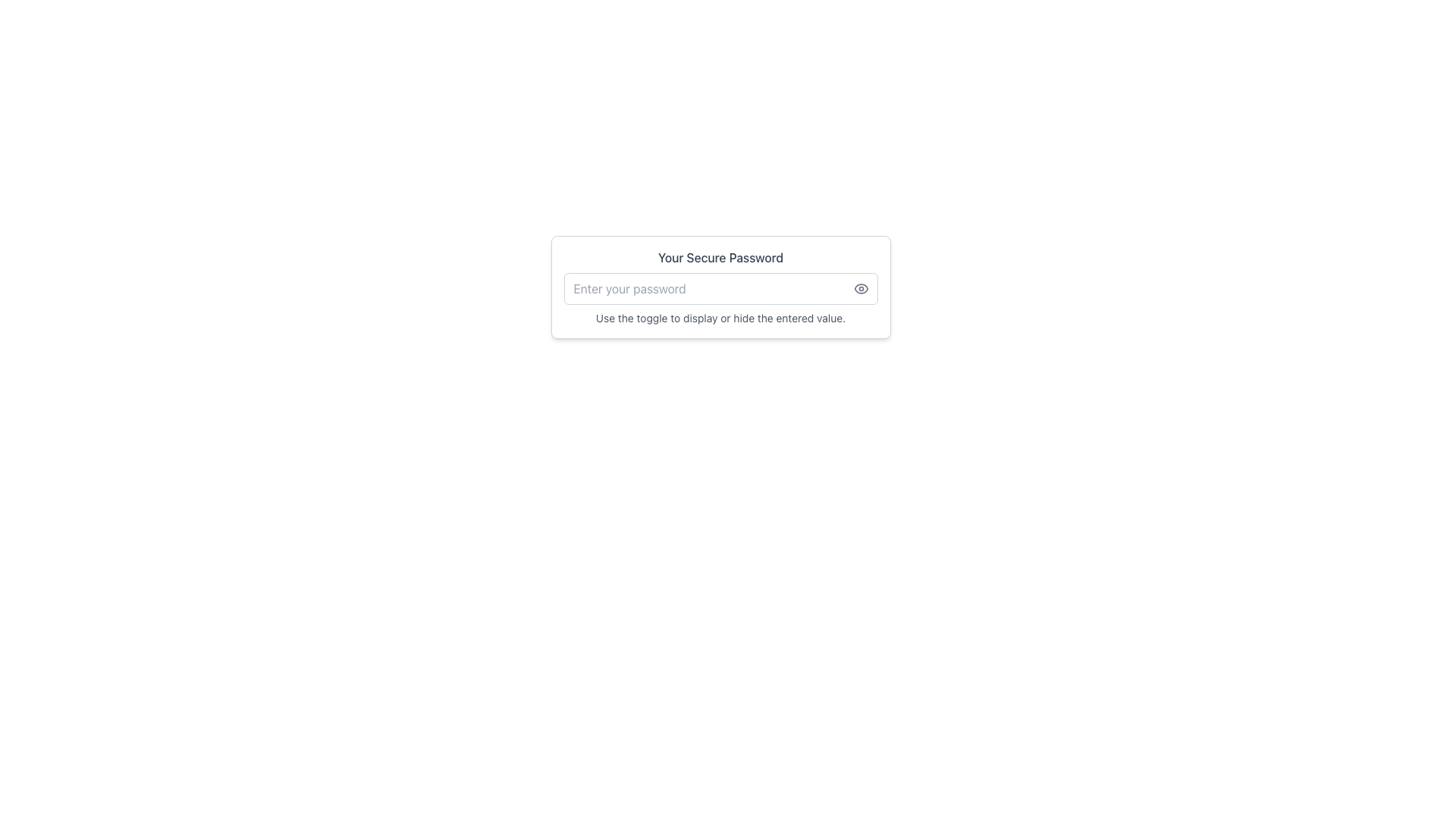  I want to click on the visibility toggle button for the password input field to change its color, so click(861, 289).